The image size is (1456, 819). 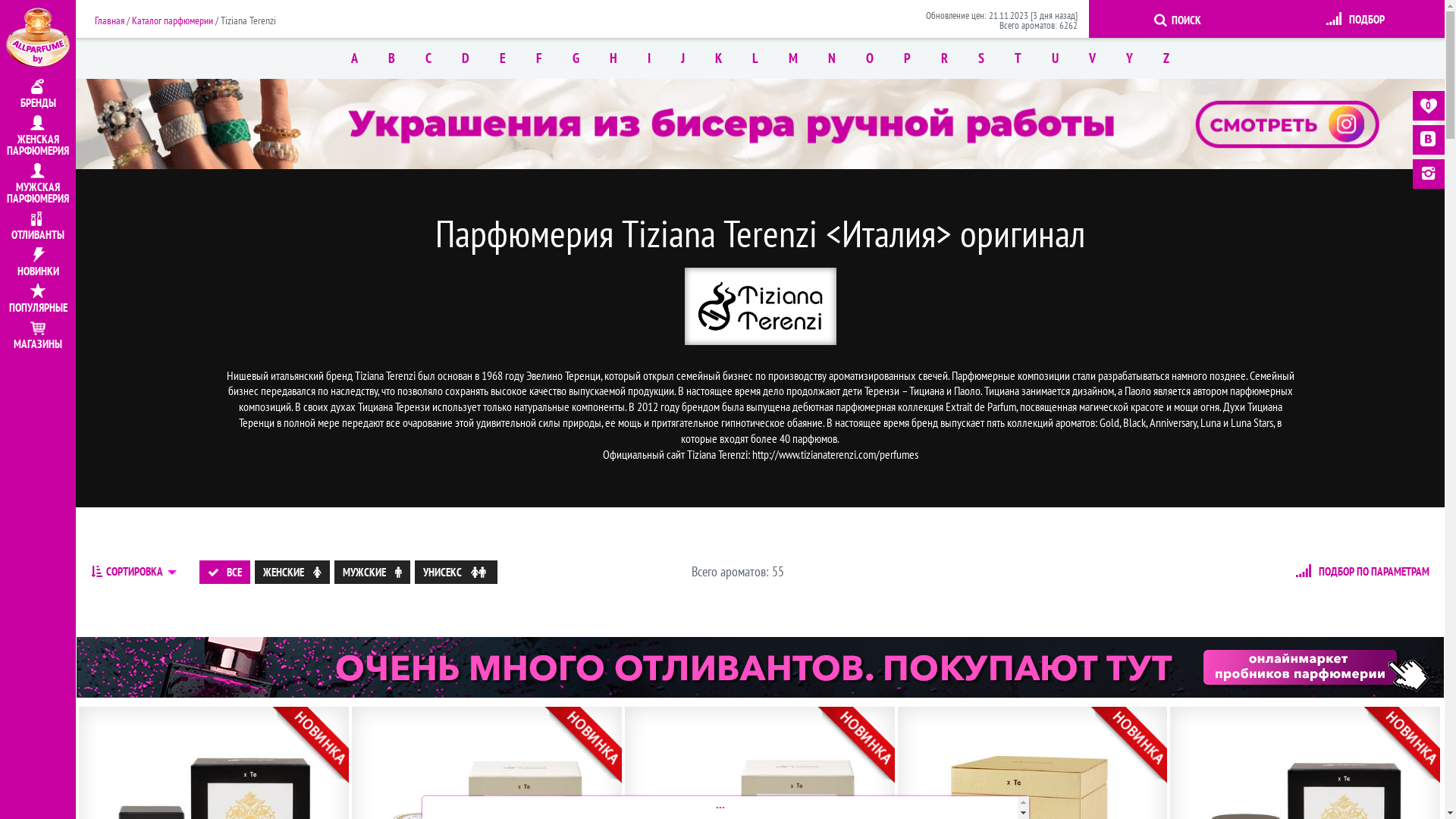 What do you see at coordinates (1092, 58) in the screenshot?
I see `'V'` at bounding box center [1092, 58].